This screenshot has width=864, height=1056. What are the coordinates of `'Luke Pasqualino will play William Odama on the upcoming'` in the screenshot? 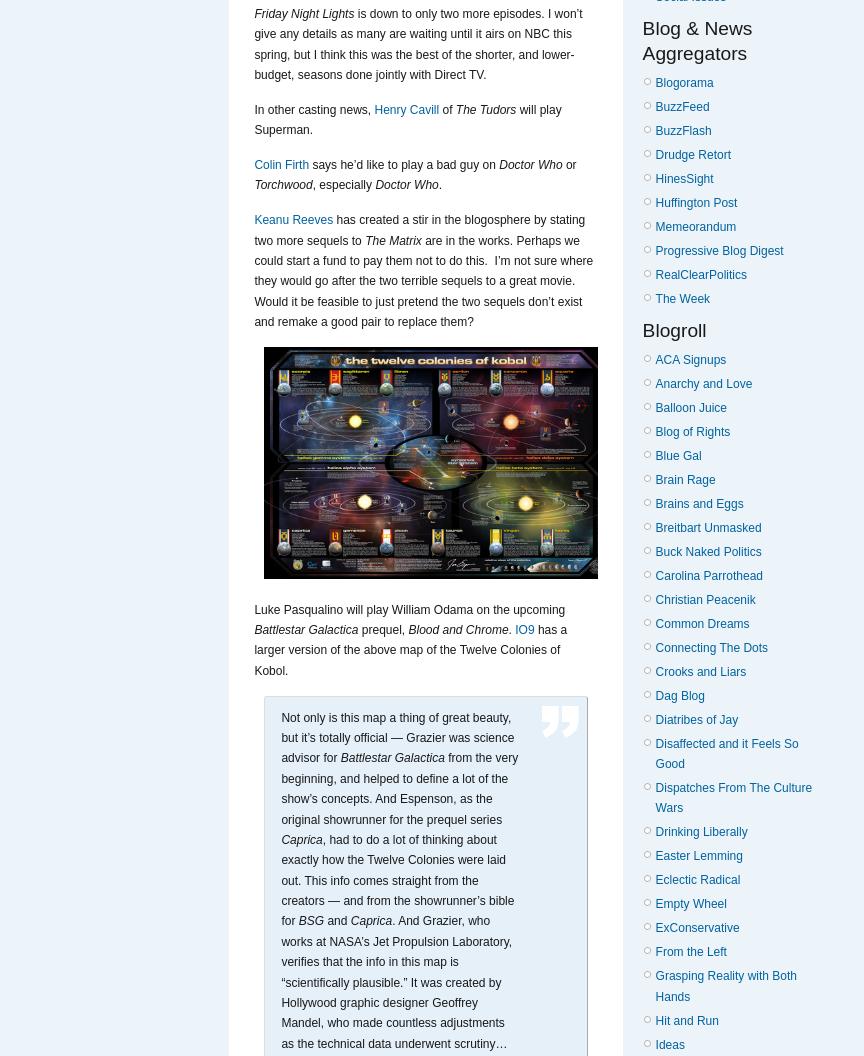 It's located at (254, 607).